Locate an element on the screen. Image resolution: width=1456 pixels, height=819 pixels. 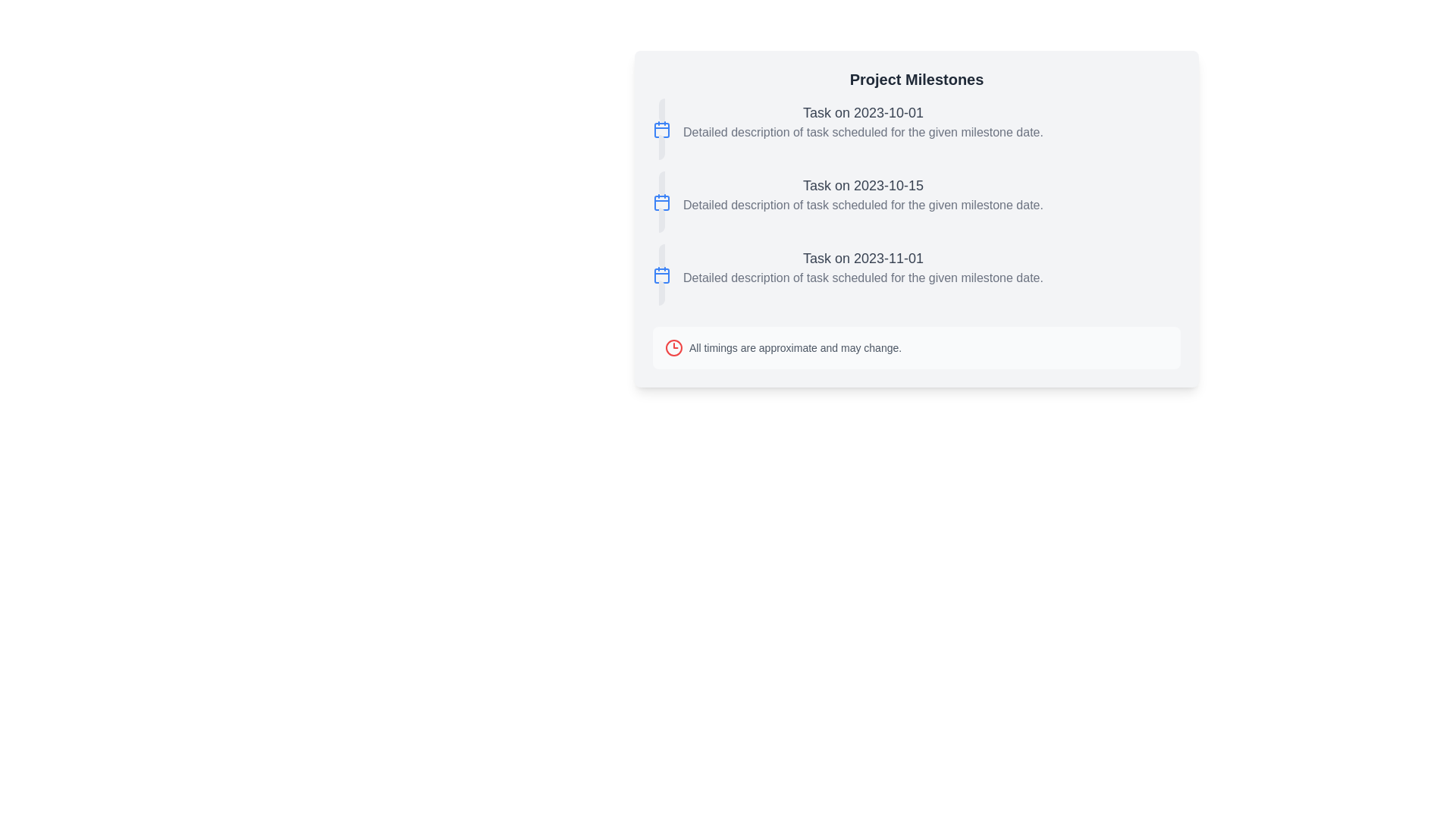
the second calendar icon button associated with the milestone for 'Task on 2023-10-15' is located at coordinates (662, 201).